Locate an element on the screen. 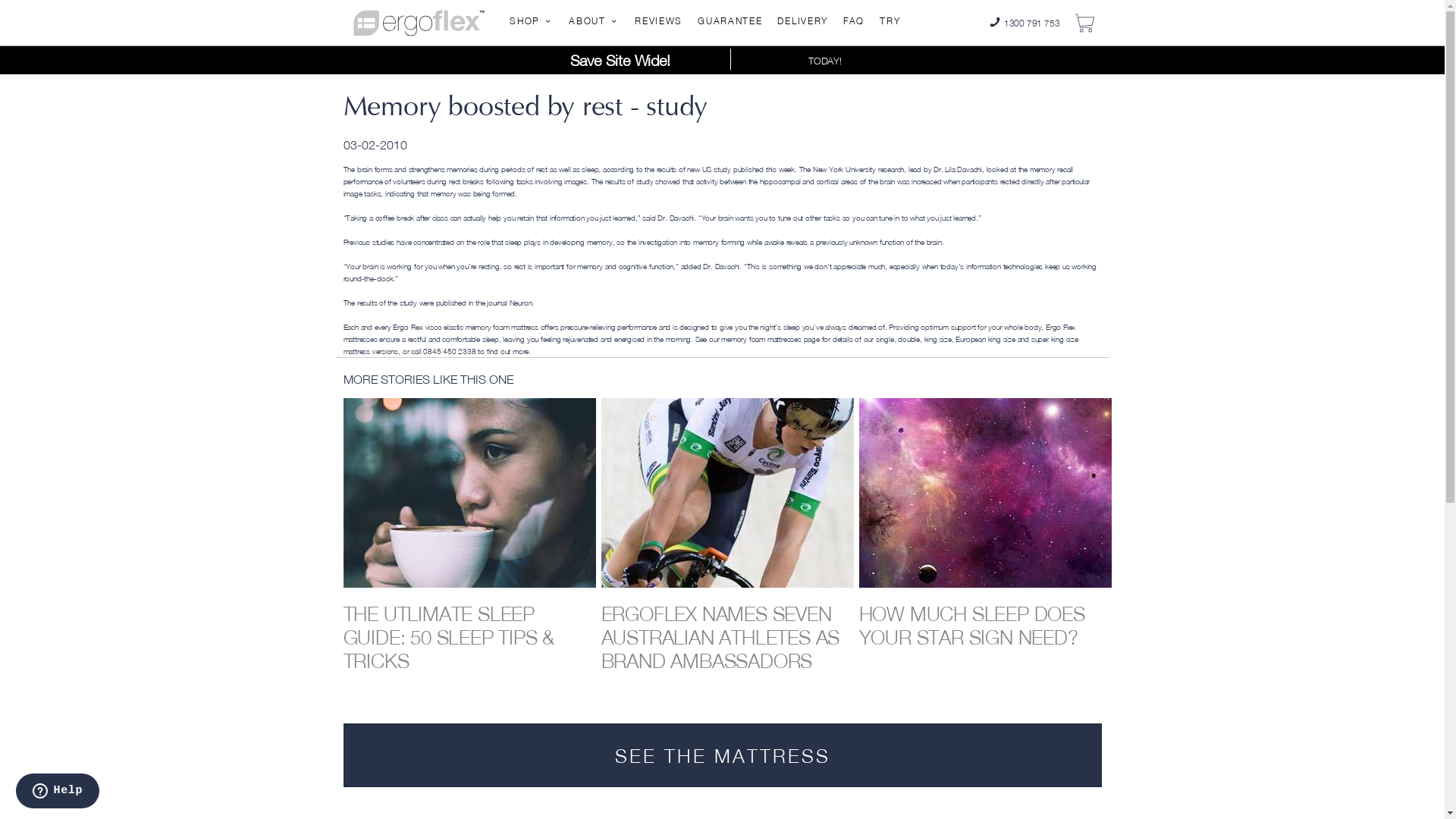  'SHOP' is located at coordinates (502, 20).